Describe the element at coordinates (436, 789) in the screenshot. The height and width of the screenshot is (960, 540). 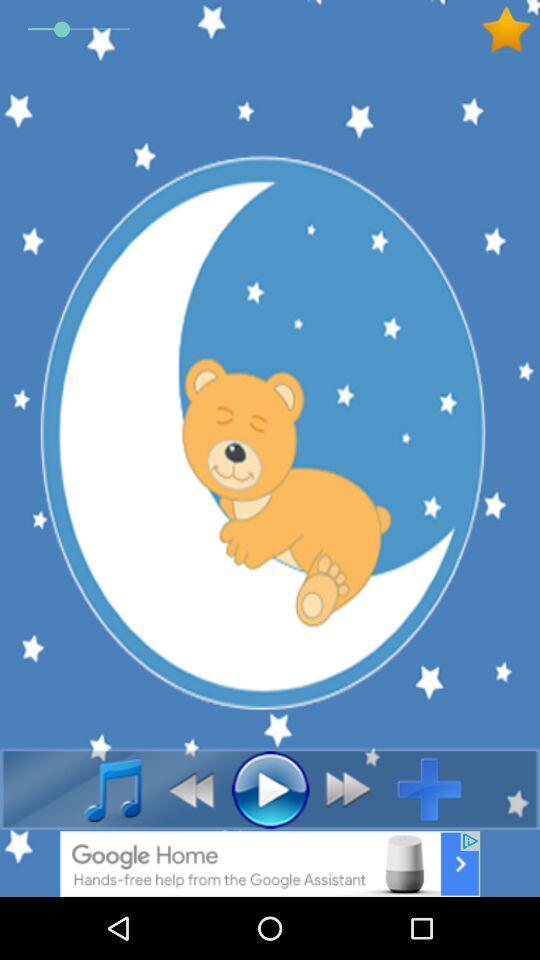
I see `the add icon` at that location.